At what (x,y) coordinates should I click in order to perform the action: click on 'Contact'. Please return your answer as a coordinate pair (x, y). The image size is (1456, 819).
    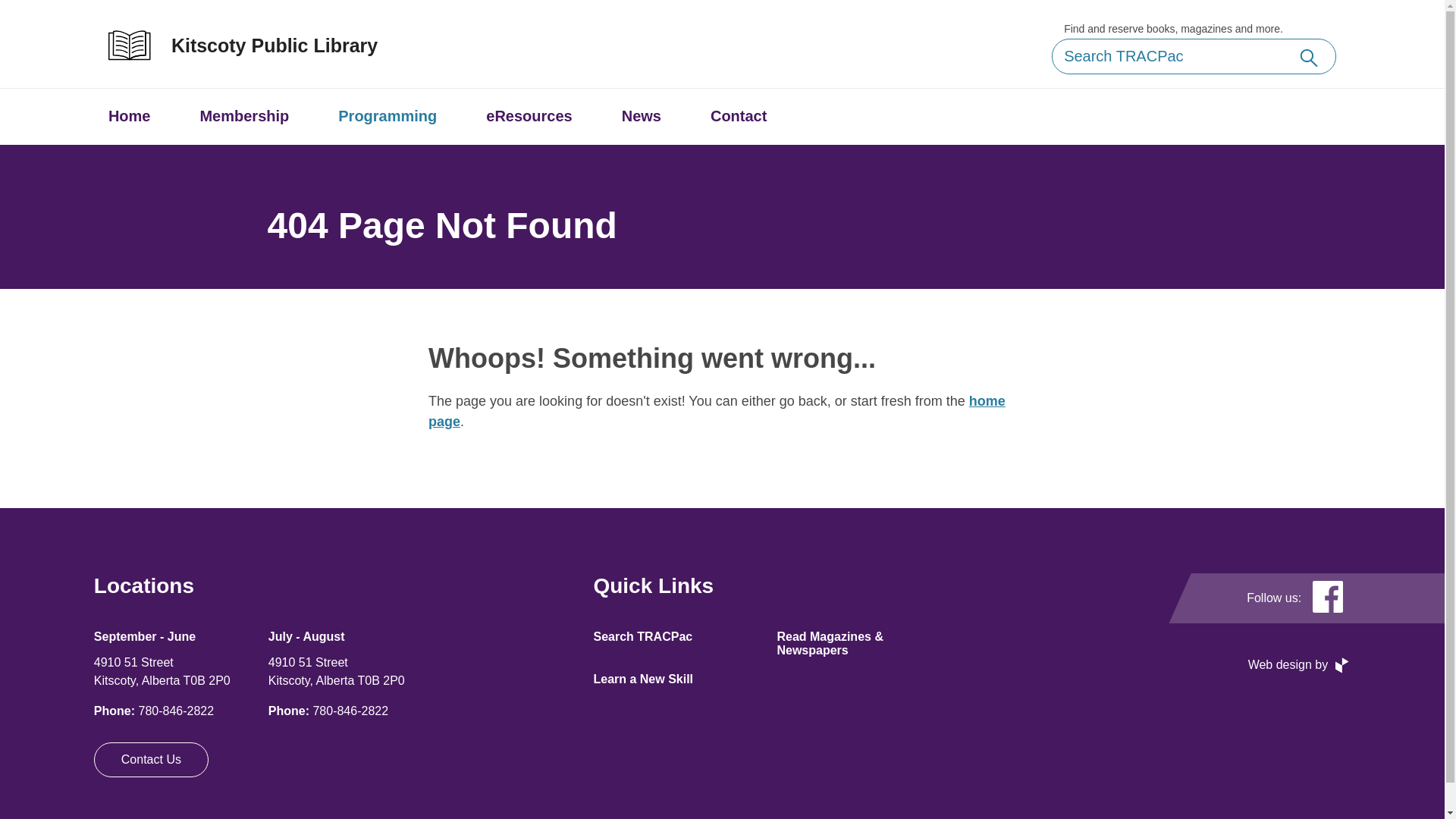
    Looking at the image, I should click on (739, 115).